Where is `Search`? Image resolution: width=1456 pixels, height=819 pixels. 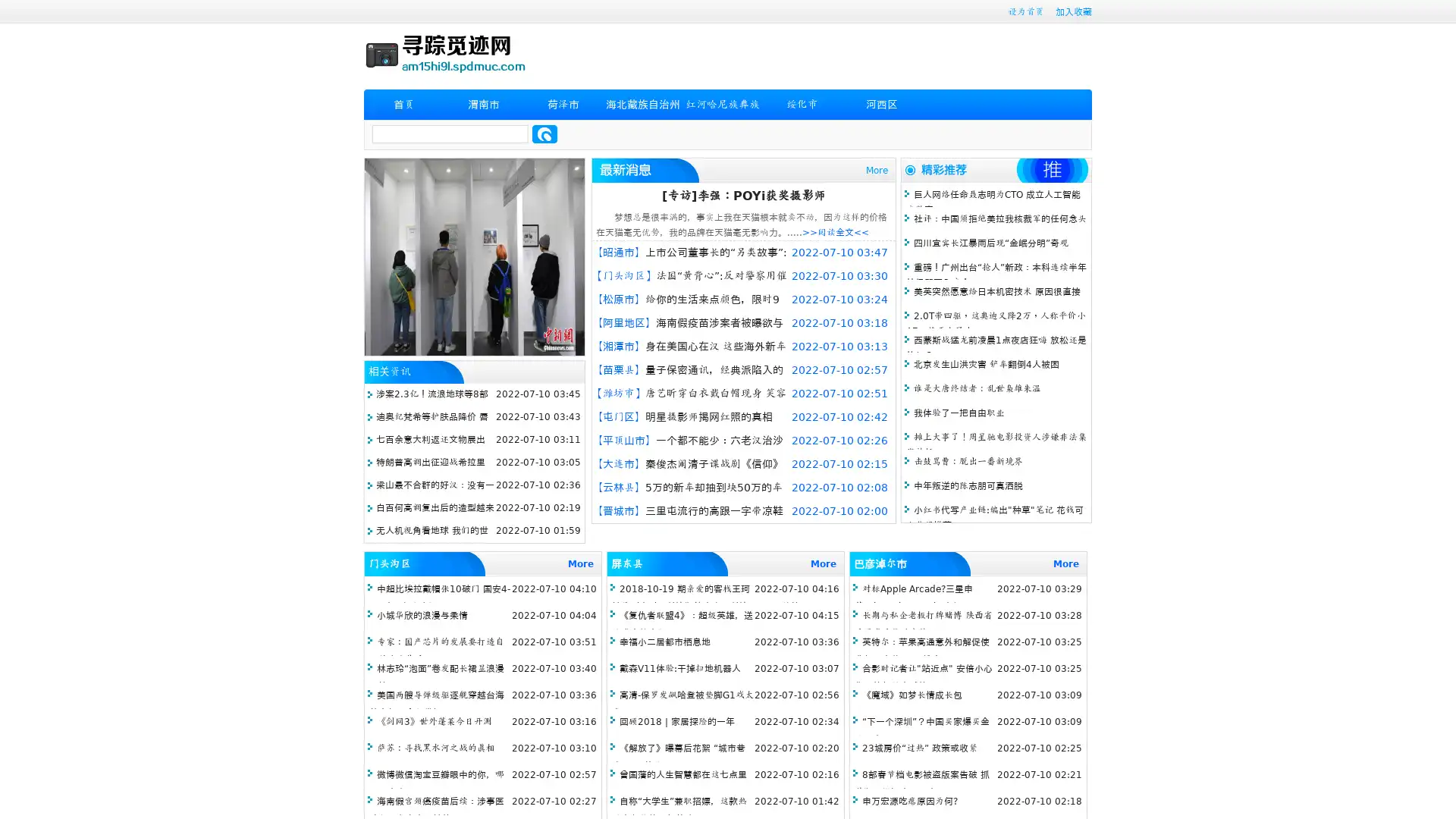 Search is located at coordinates (544, 133).